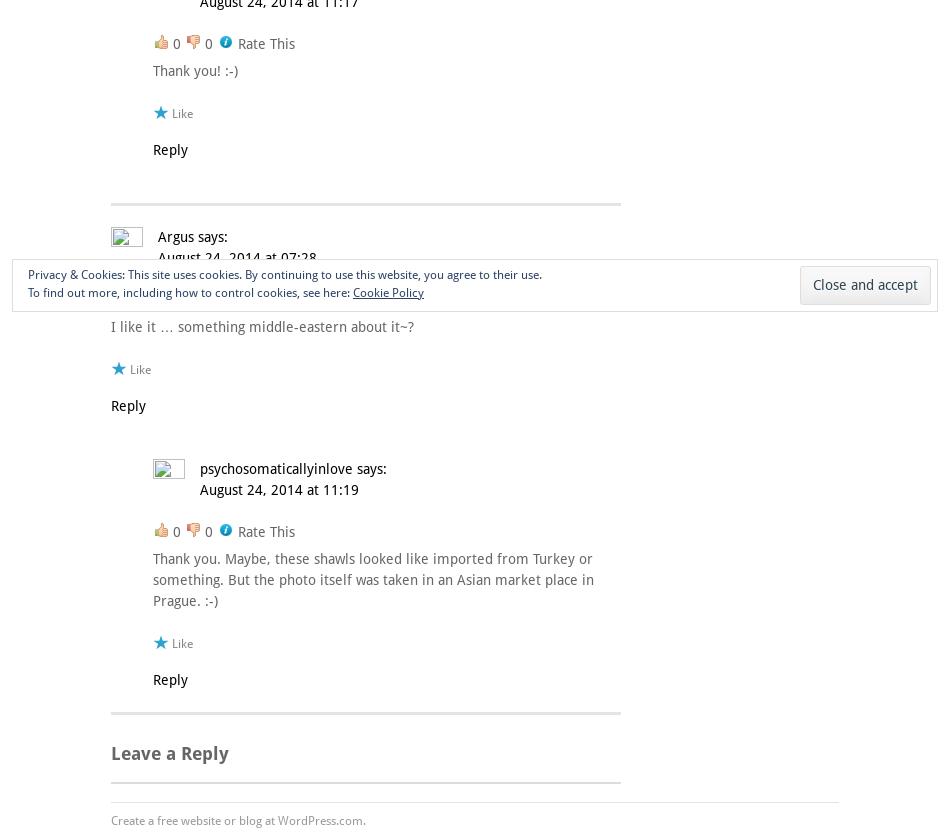  I want to click on 'I like it … something middle-eastern about it~?', so click(261, 324).